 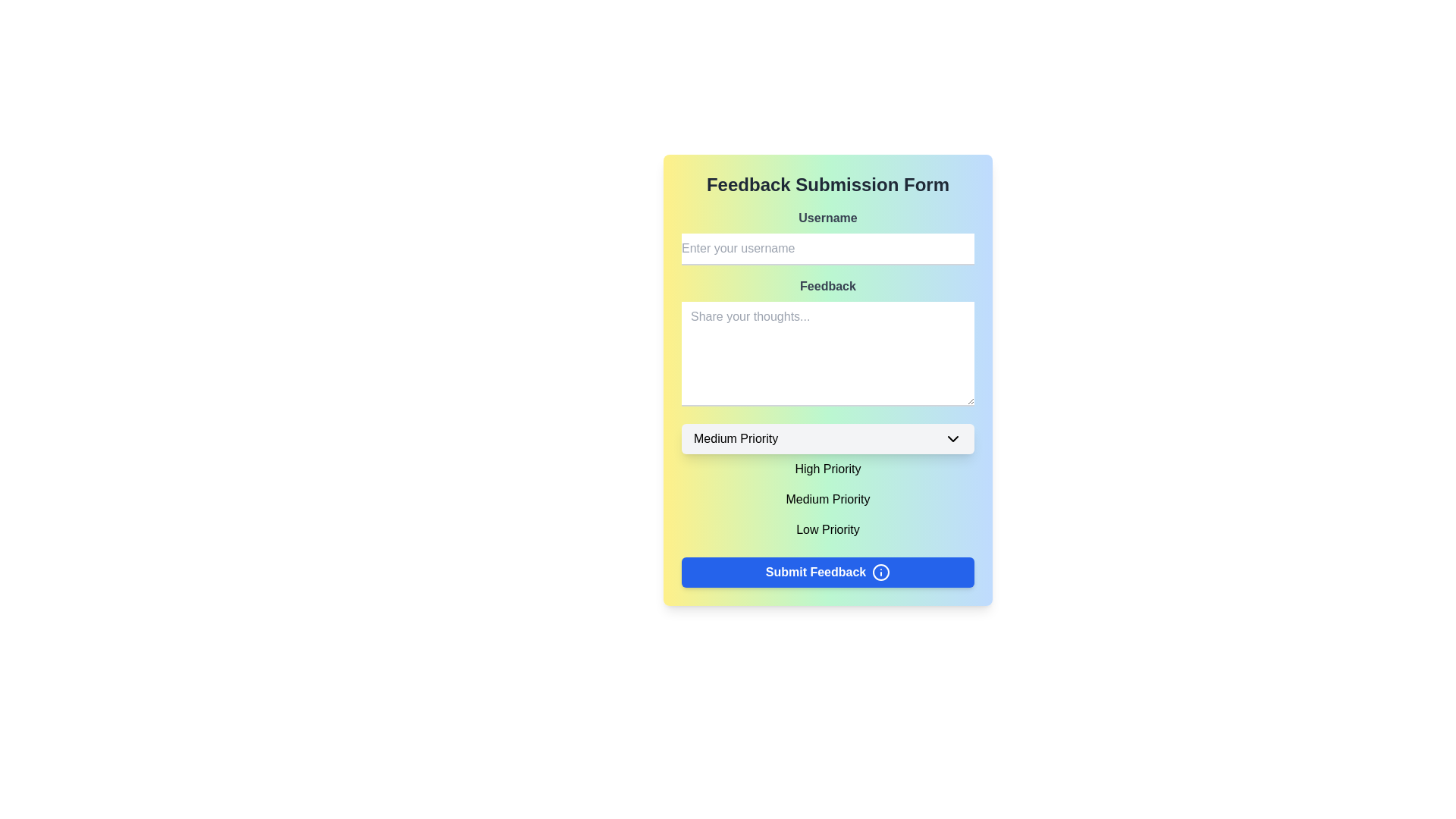 What do you see at coordinates (881, 573) in the screenshot?
I see `the information icon, which is a white outlined circle with a dot and vertical line, located to the right of the 'Submit Feedback' button` at bounding box center [881, 573].